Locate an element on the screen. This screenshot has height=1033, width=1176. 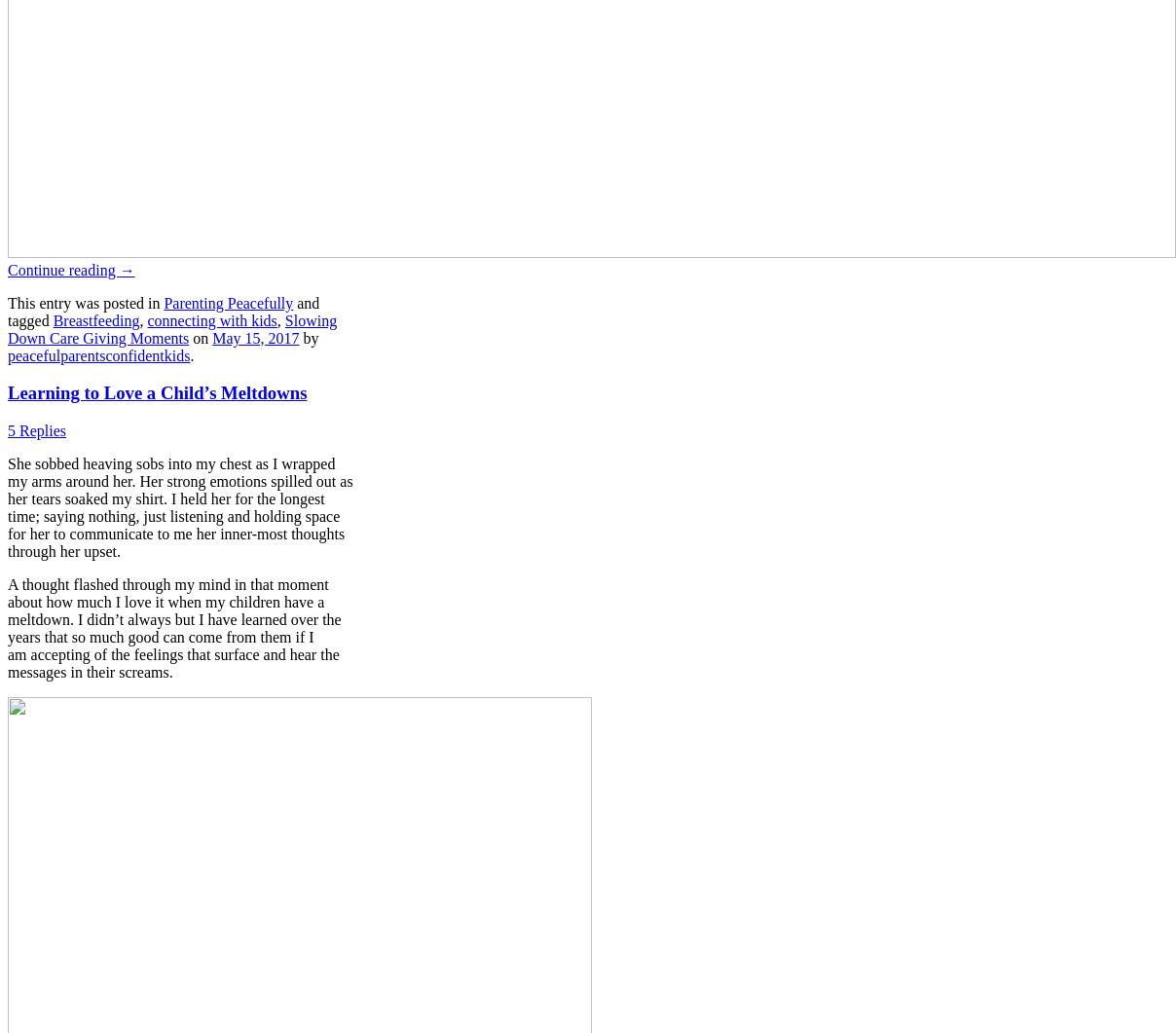
'5 Replies' is located at coordinates (36, 430).